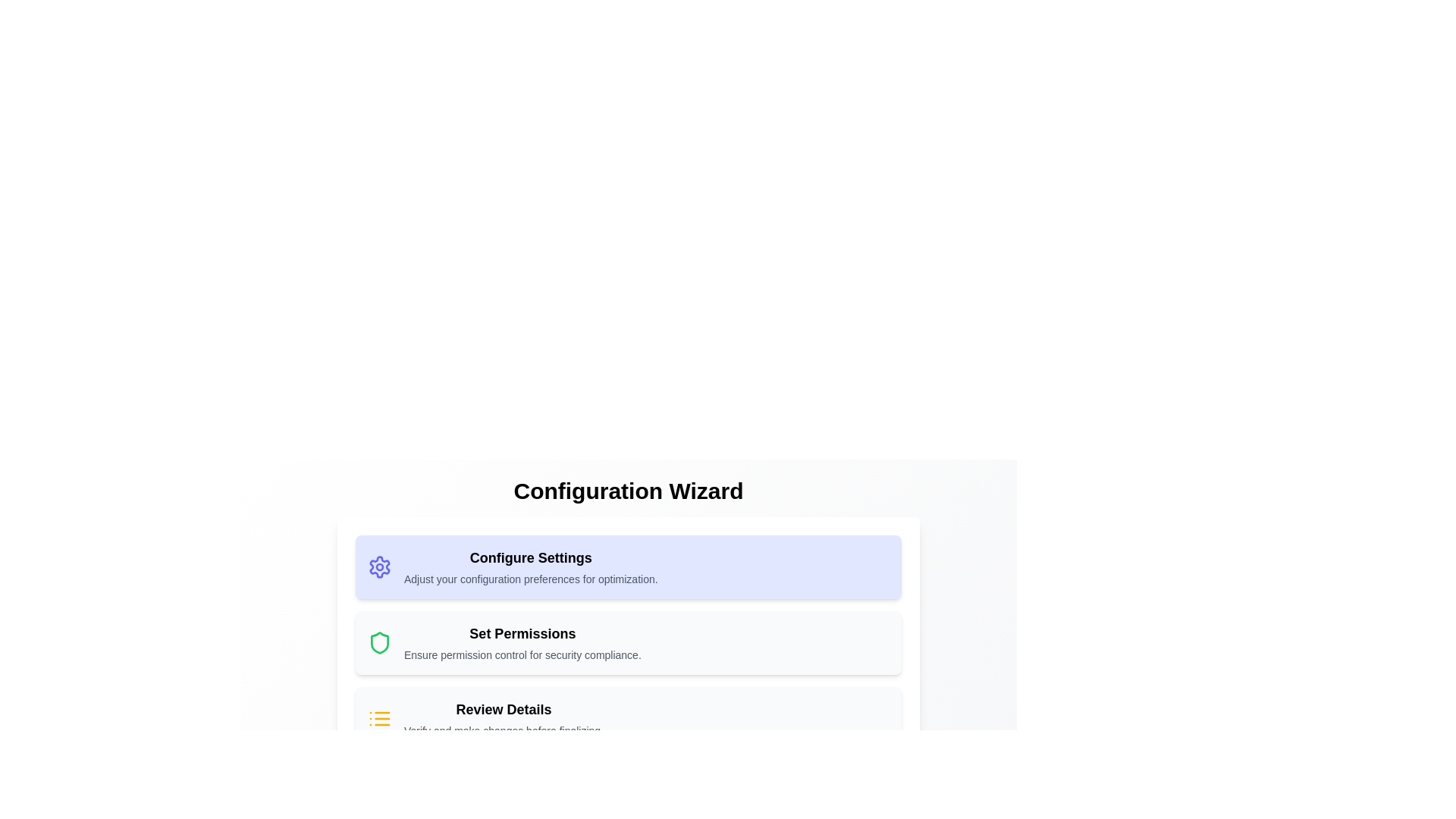 Image resolution: width=1456 pixels, height=819 pixels. I want to click on the 'Configure Settings' text display, which features a bold title and a descriptive paragraph, located centrally beneath the icon graphic in the configuration interface, so click(531, 567).